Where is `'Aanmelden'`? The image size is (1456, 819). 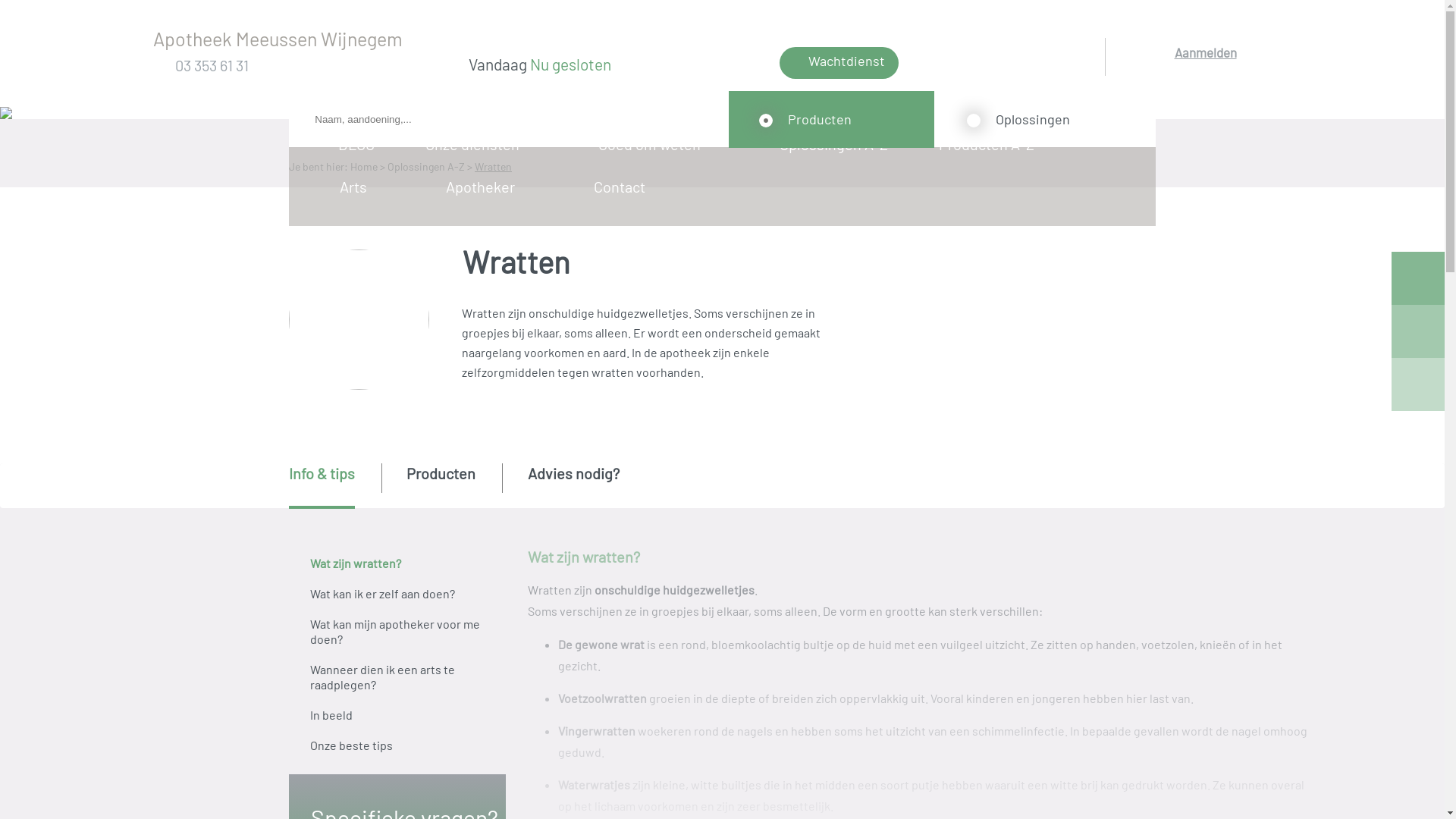
'Aanmelden' is located at coordinates (1204, 72).